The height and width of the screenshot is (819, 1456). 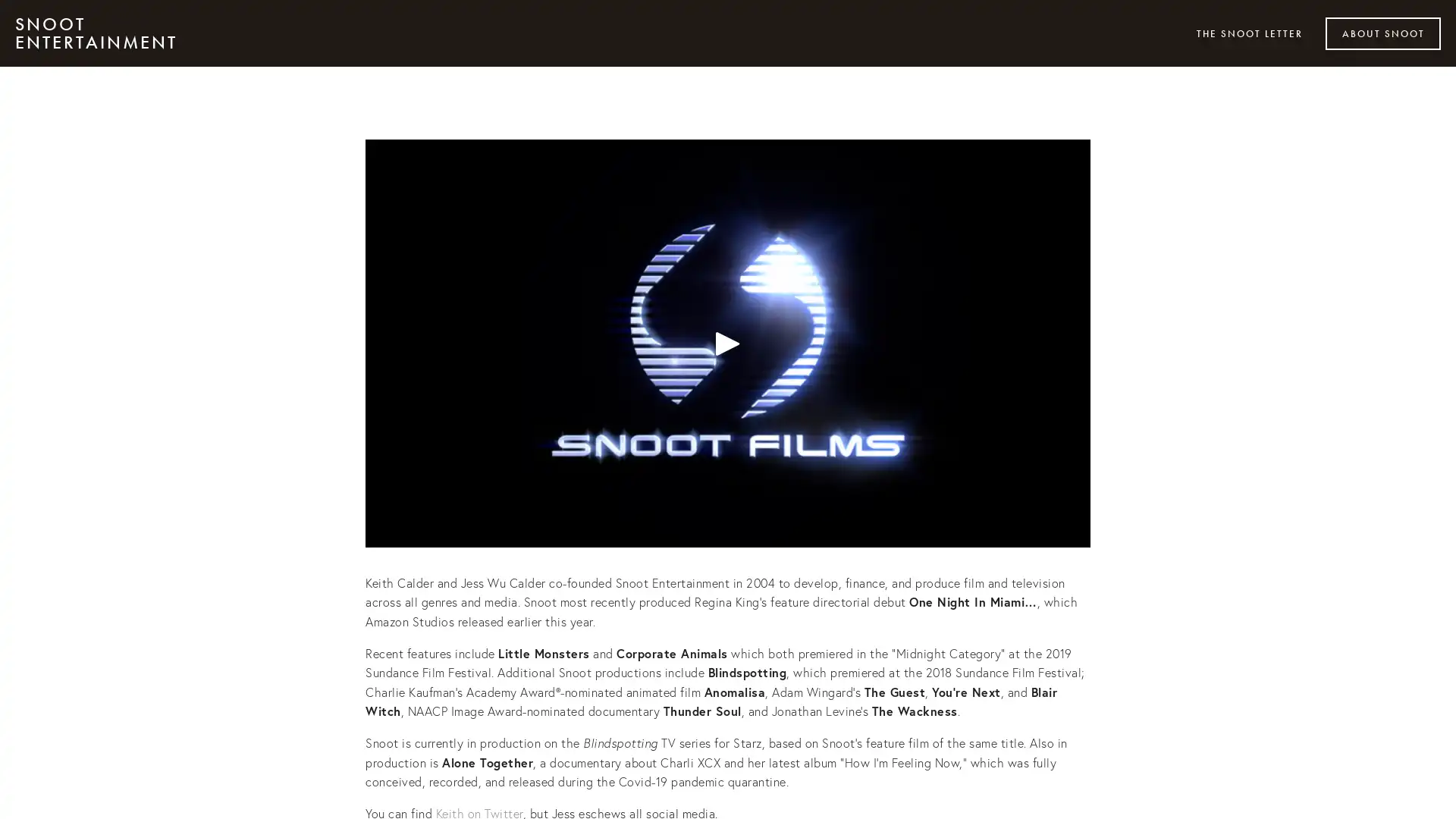 I want to click on Play, so click(x=728, y=342).